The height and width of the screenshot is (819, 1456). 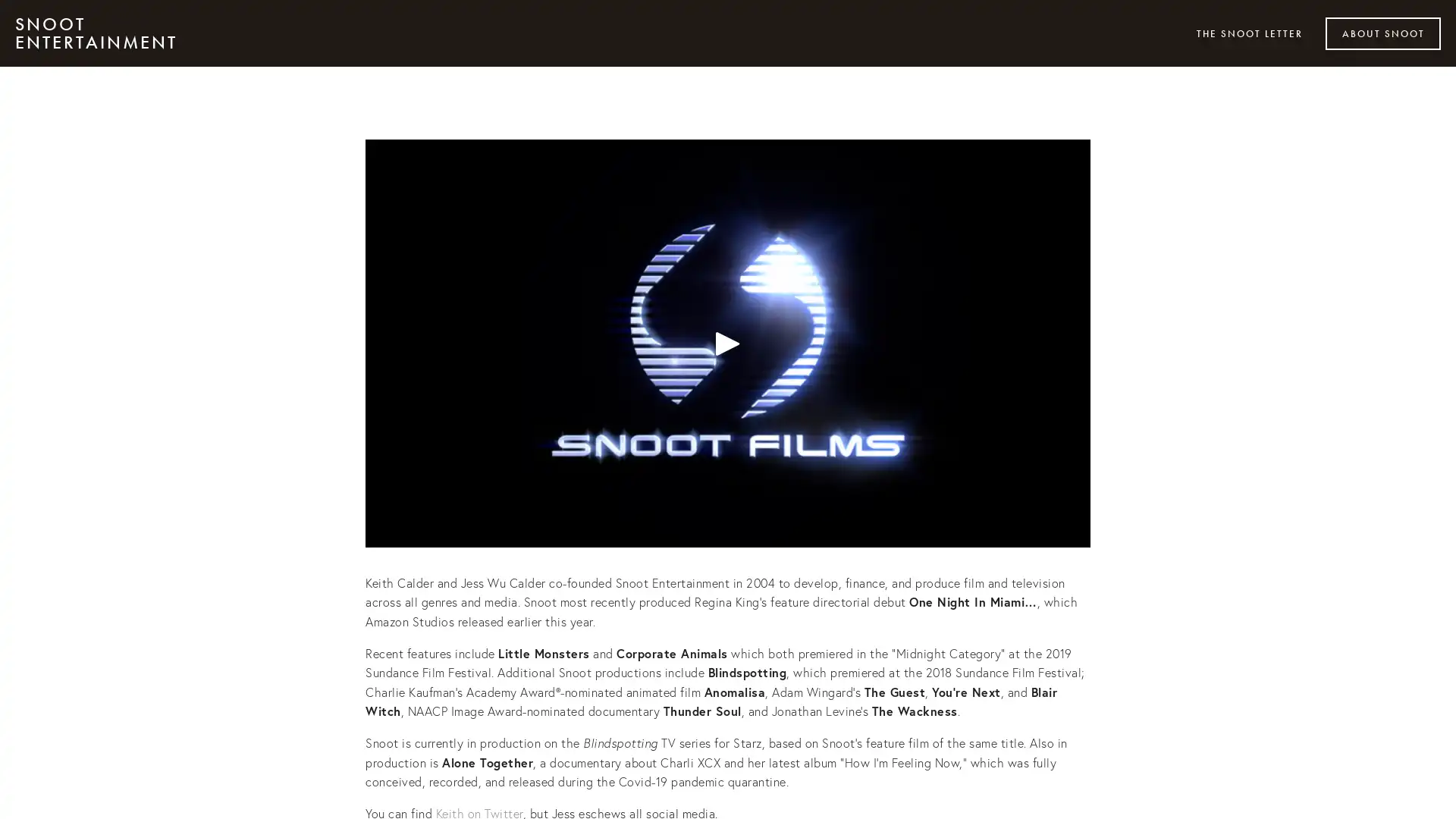 I want to click on Play, so click(x=728, y=342).